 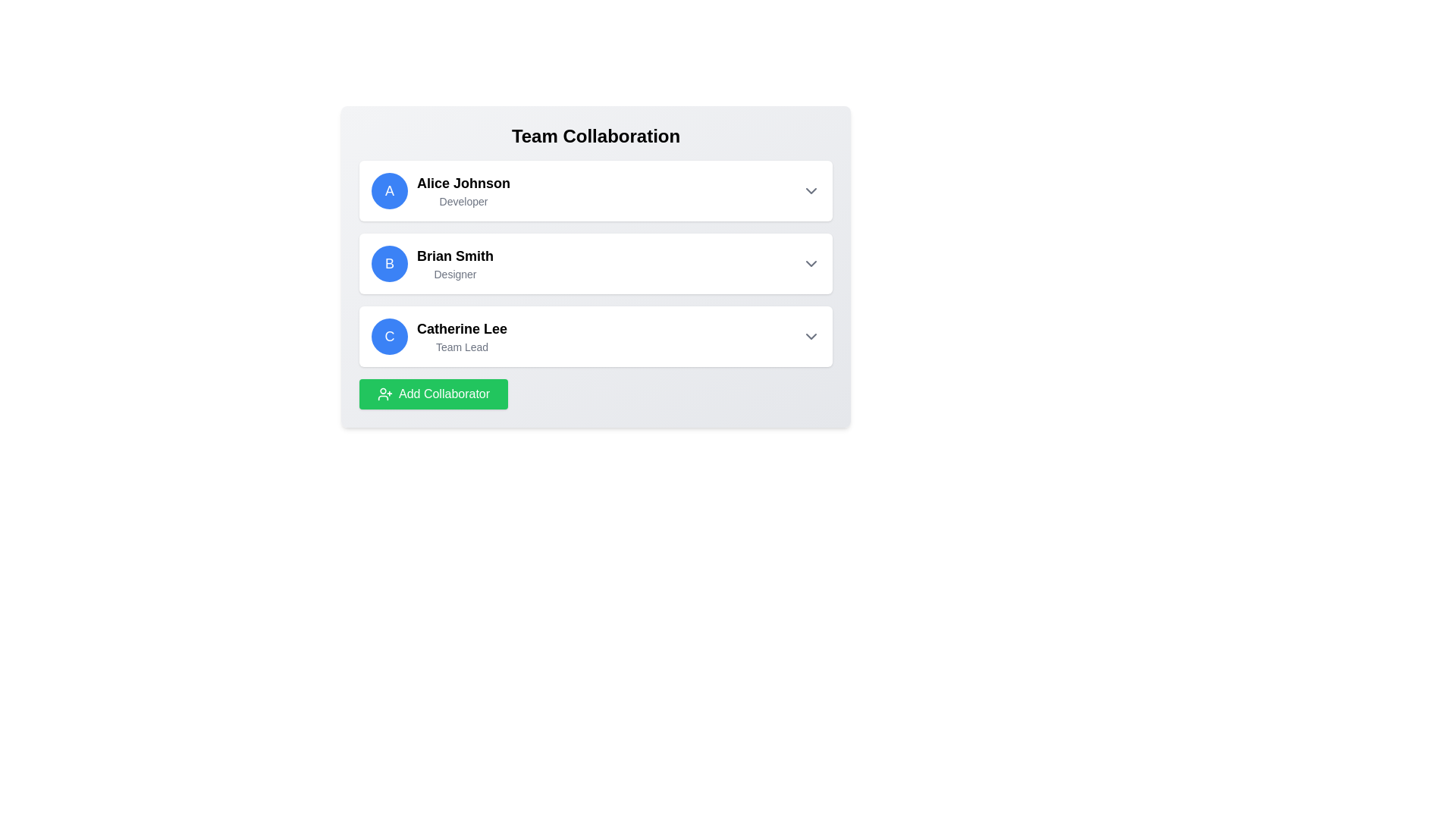 What do you see at coordinates (811, 190) in the screenshot?
I see `the dropdown toggle icon to the far right of the 'Alice Johnson Developer' section in the 'Team Collaboration' card` at bounding box center [811, 190].